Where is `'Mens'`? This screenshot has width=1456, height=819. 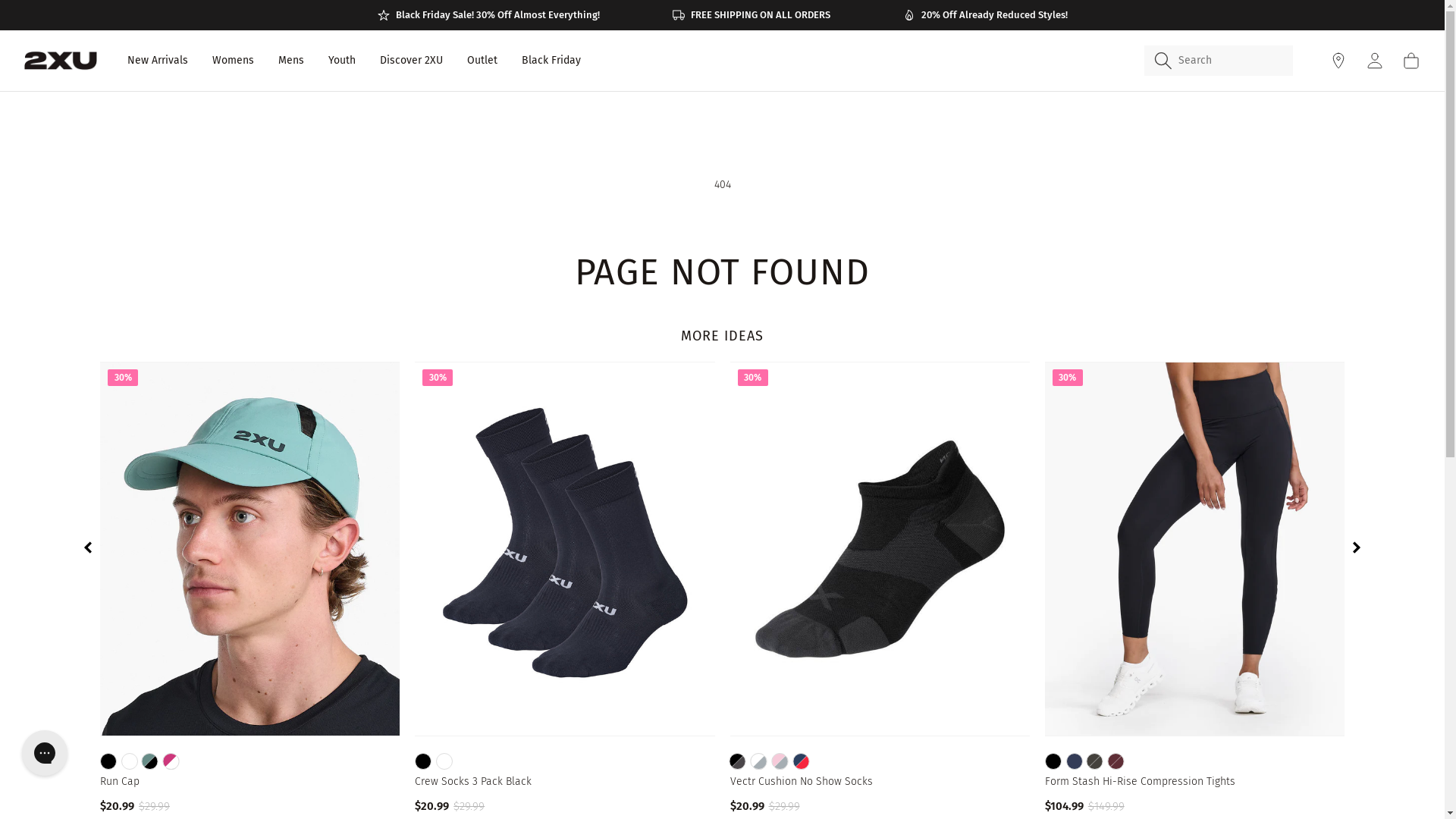 'Mens' is located at coordinates (291, 60).